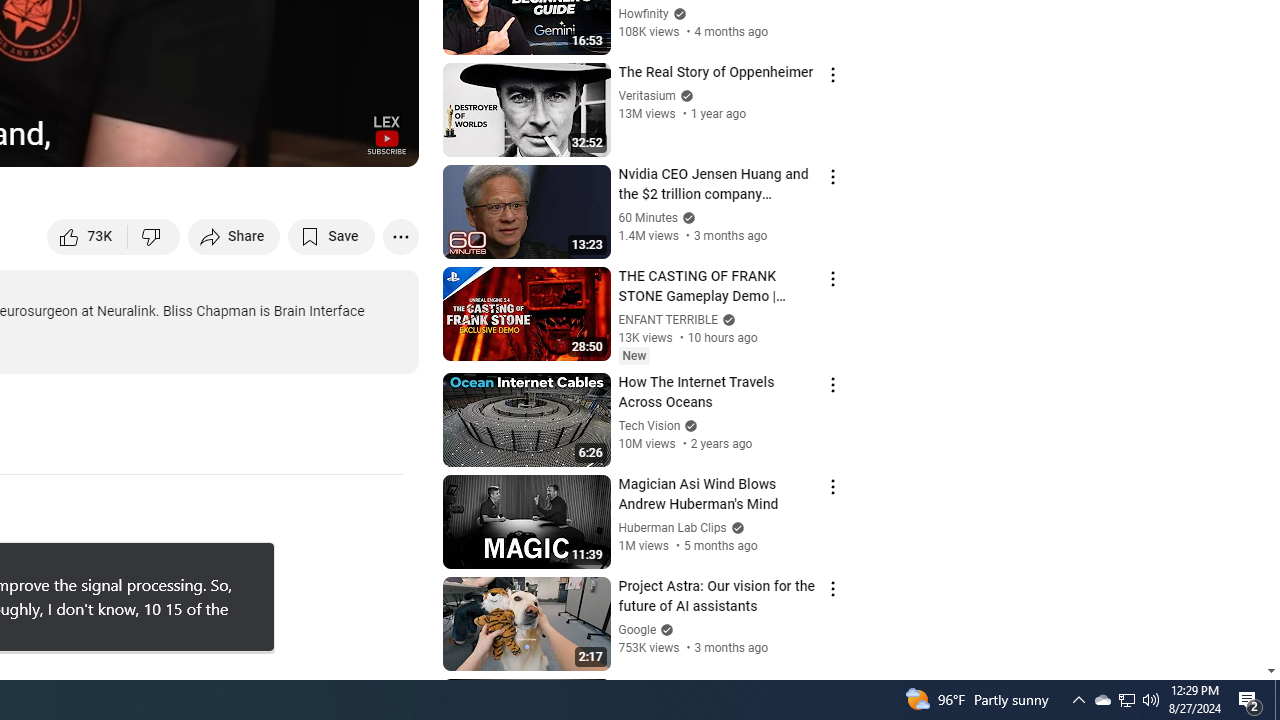  What do you see at coordinates (153, 235) in the screenshot?
I see `'Dislike this video'` at bounding box center [153, 235].